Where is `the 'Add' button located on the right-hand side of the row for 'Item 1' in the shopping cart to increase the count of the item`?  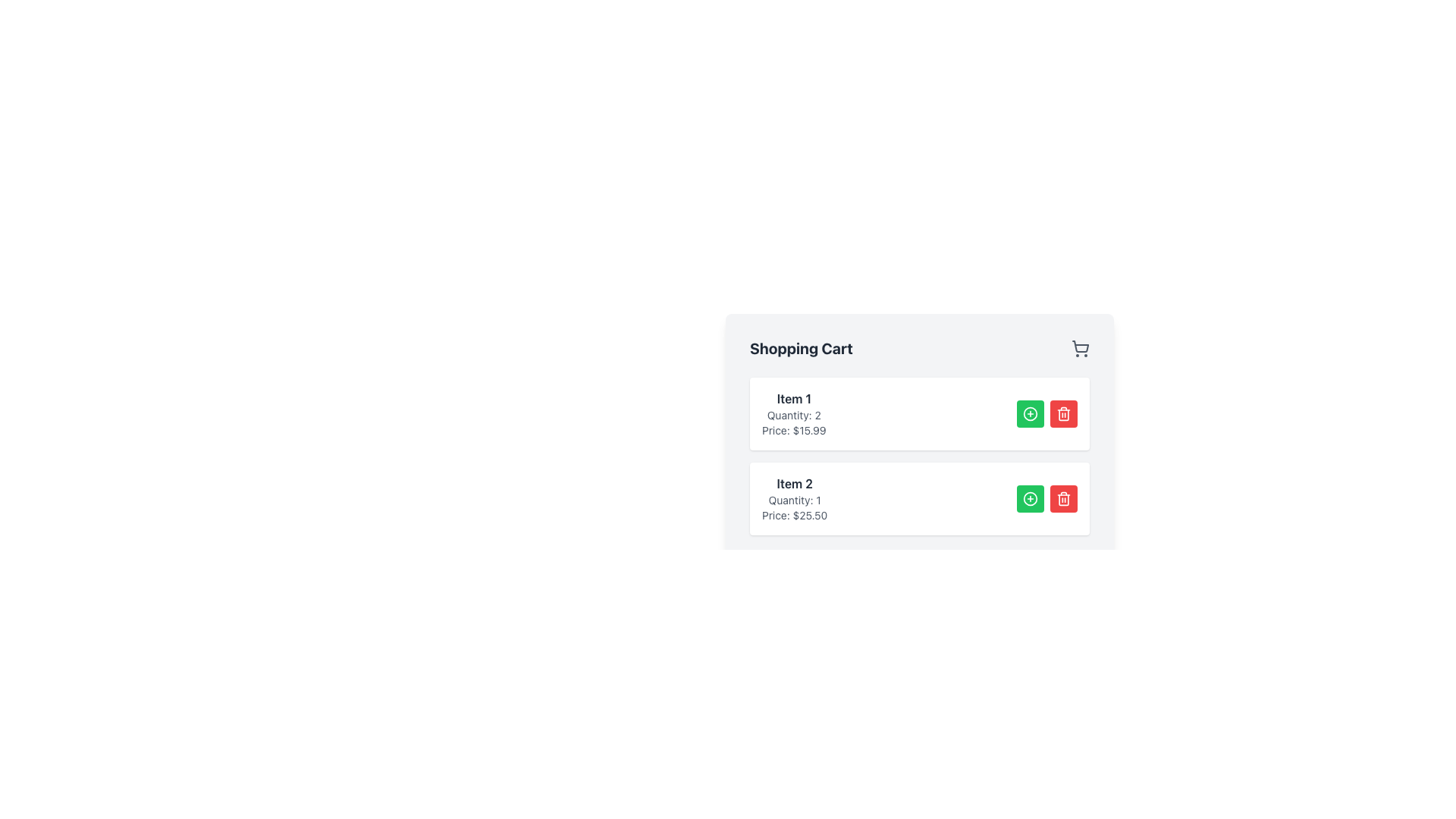
the 'Add' button located on the right-hand side of the row for 'Item 1' in the shopping cart to increase the count of the item is located at coordinates (1030, 414).